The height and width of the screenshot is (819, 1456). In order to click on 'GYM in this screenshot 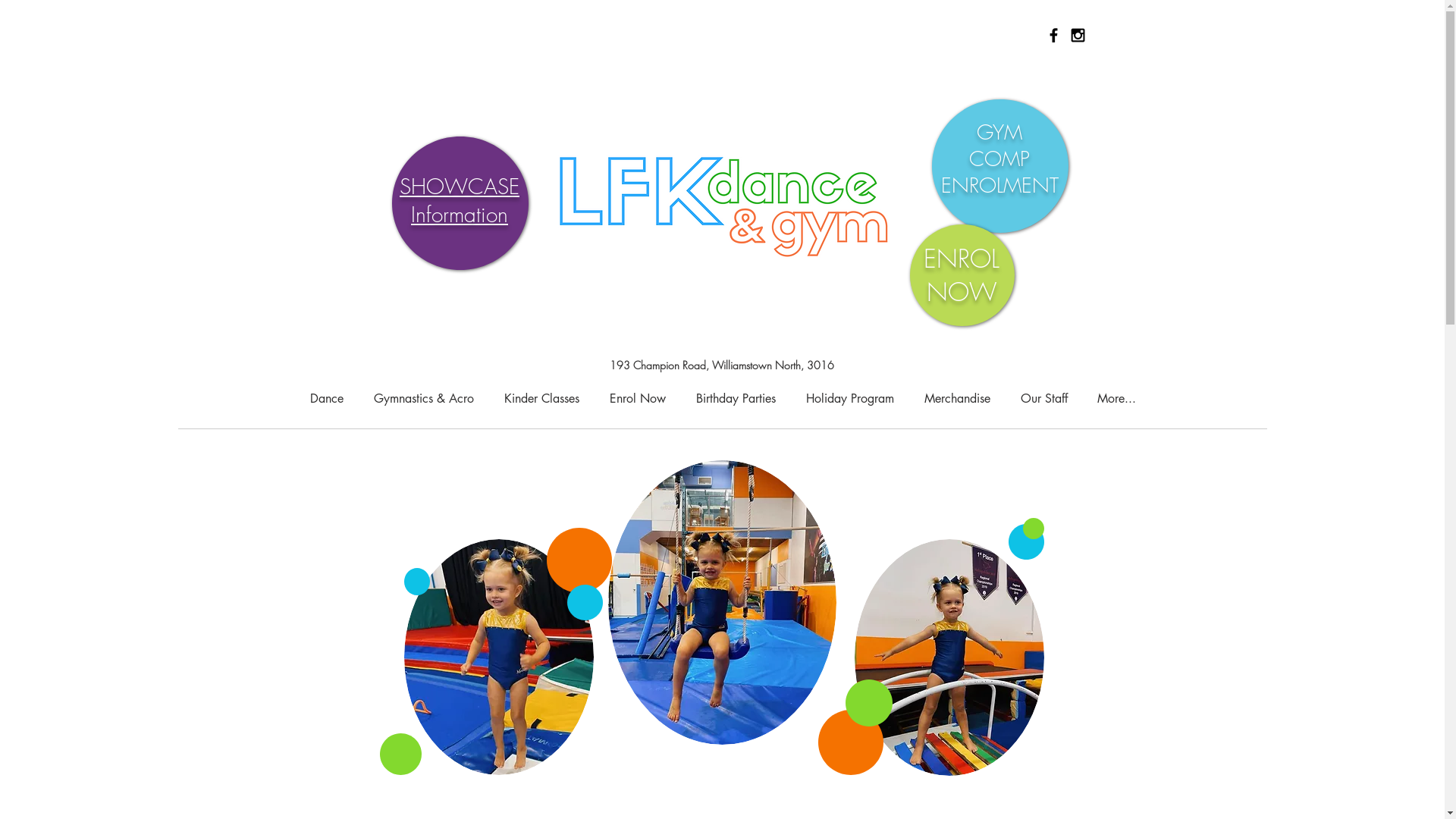, I will do `click(999, 158)`.